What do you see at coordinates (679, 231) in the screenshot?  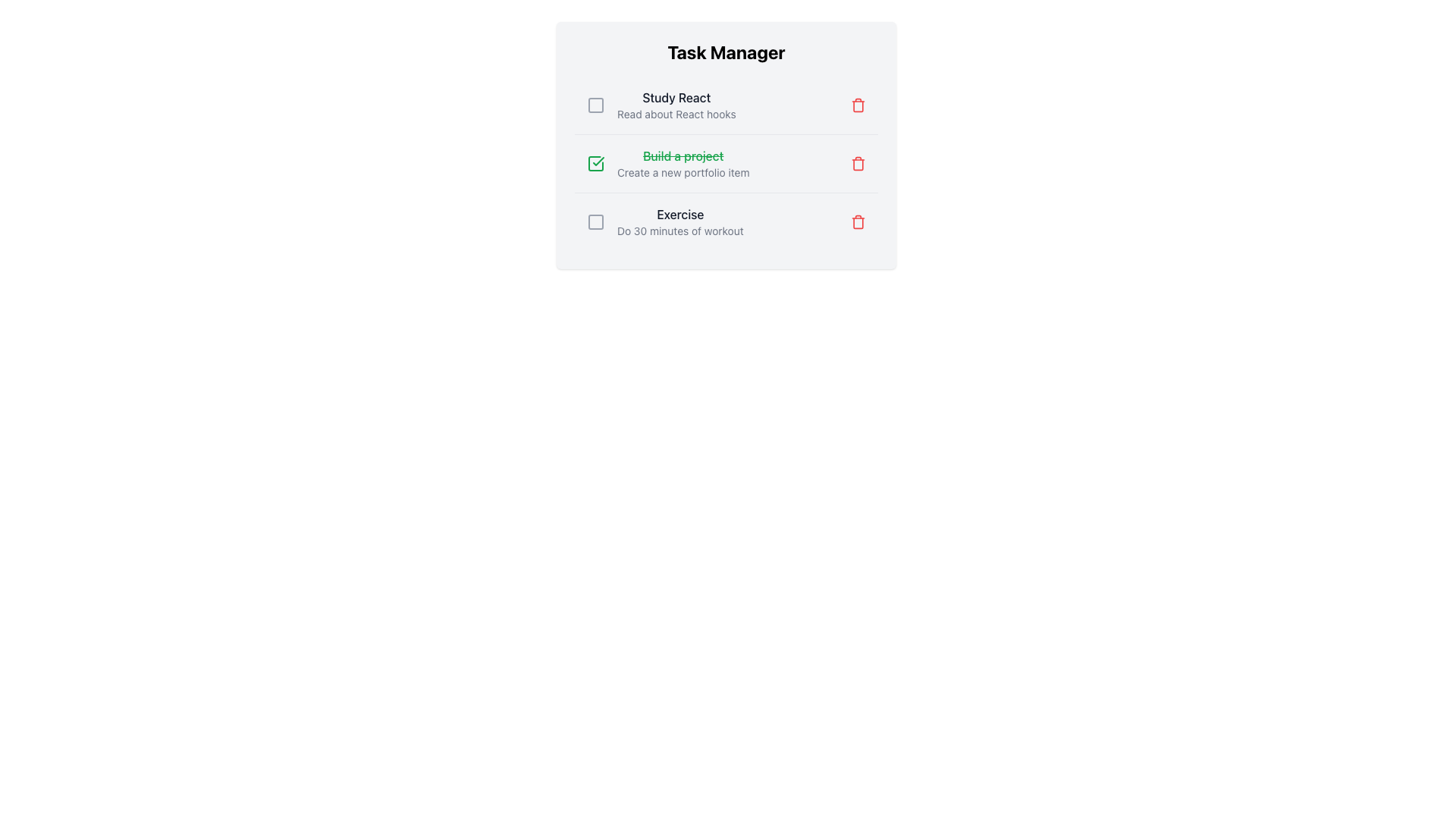 I see `the text label that provides additional information for the task 'Exercise', located below the title 'Exercise' in the task manager interface` at bounding box center [679, 231].